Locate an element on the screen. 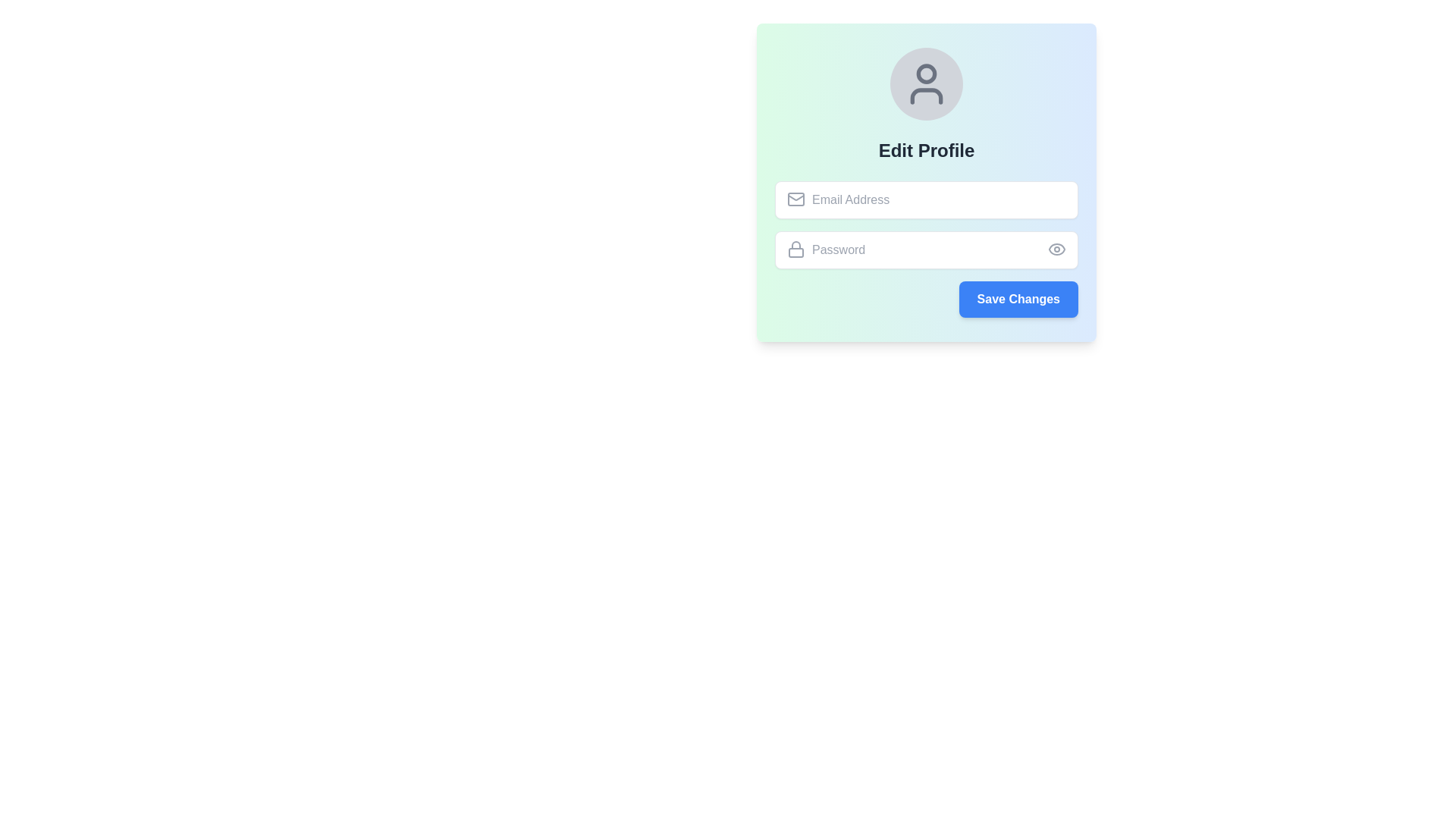 The image size is (1456, 819). the Password input field located below the email input field in the 'Edit Profile' section to focus on it is located at coordinates (926, 249).